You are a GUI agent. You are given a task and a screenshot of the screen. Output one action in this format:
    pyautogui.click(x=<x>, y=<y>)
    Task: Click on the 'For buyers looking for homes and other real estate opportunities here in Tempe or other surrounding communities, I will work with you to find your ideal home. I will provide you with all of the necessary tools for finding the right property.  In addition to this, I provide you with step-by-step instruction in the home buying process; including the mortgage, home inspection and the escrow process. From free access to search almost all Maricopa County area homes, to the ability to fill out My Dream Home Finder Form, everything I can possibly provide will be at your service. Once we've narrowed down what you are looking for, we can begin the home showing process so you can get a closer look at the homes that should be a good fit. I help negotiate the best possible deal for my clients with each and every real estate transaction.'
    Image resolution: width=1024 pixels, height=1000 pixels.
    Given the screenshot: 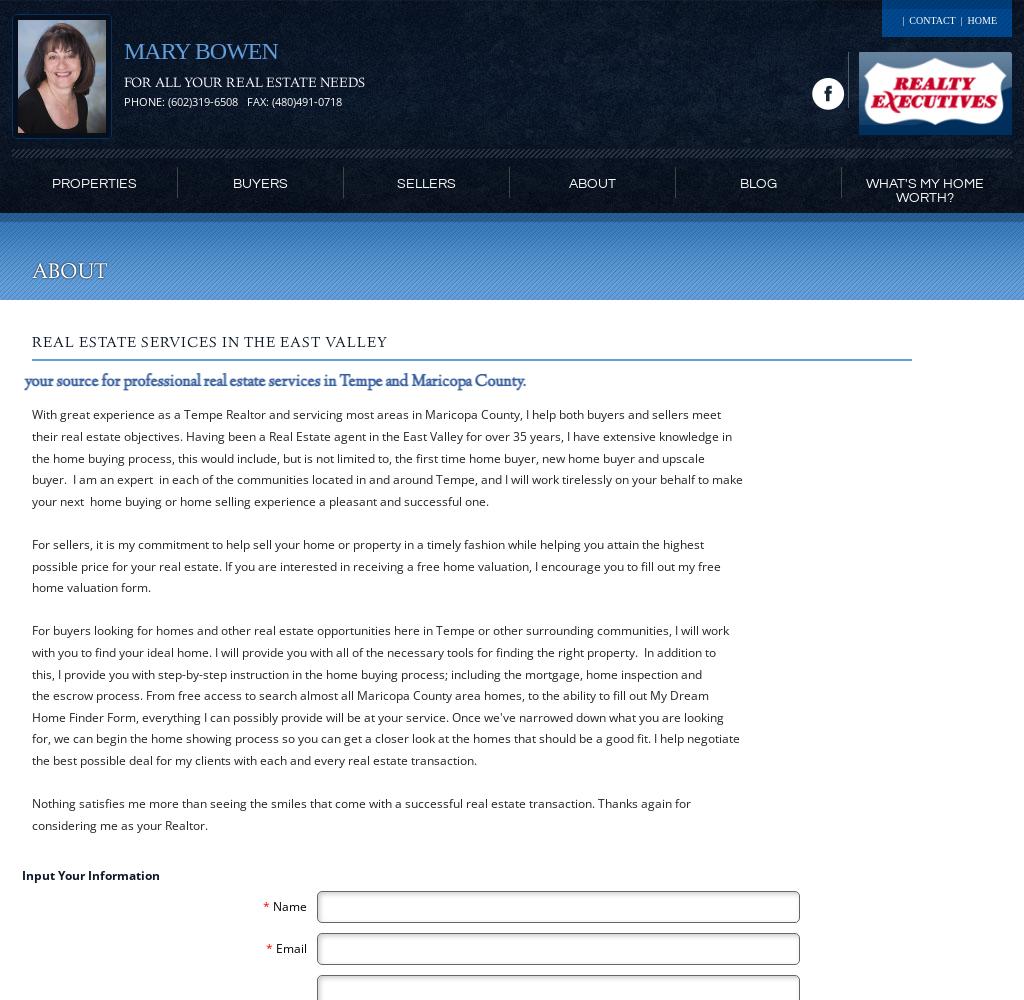 What is the action you would take?
    pyautogui.click(x=385, y=694)
    